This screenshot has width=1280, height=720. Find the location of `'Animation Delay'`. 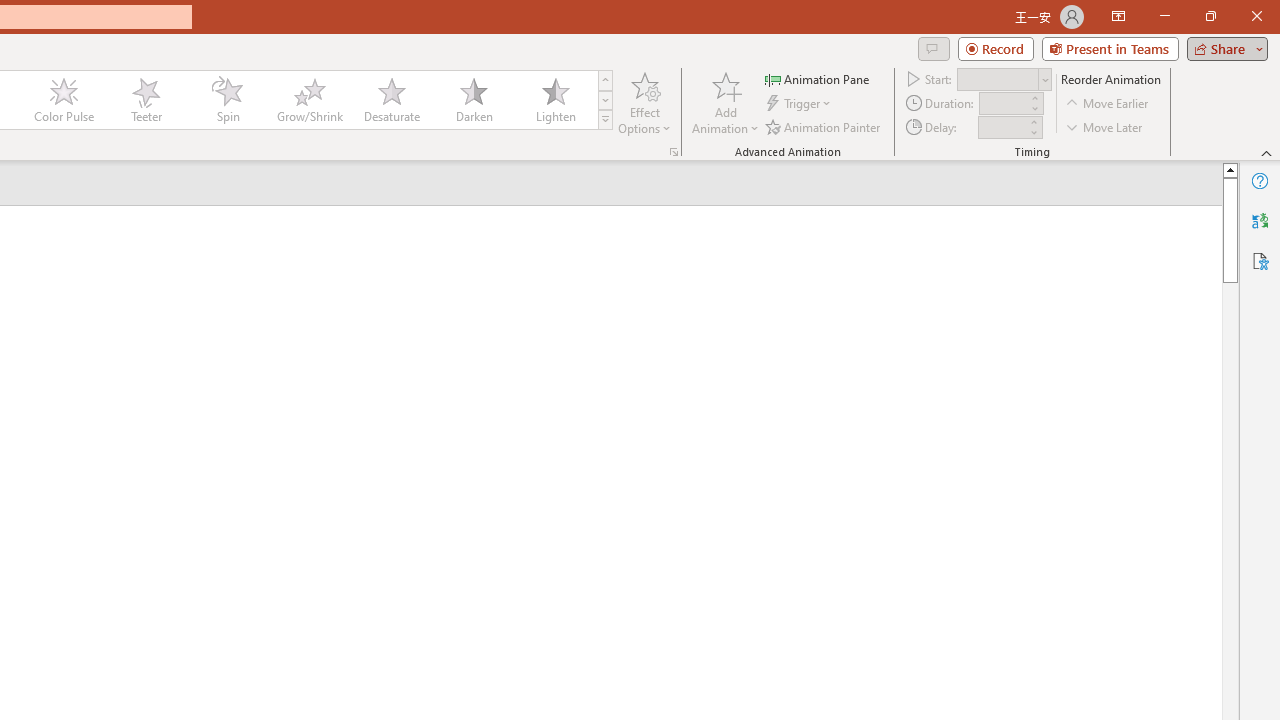

'Animation Delay' is located at coordinates (1002, 127).